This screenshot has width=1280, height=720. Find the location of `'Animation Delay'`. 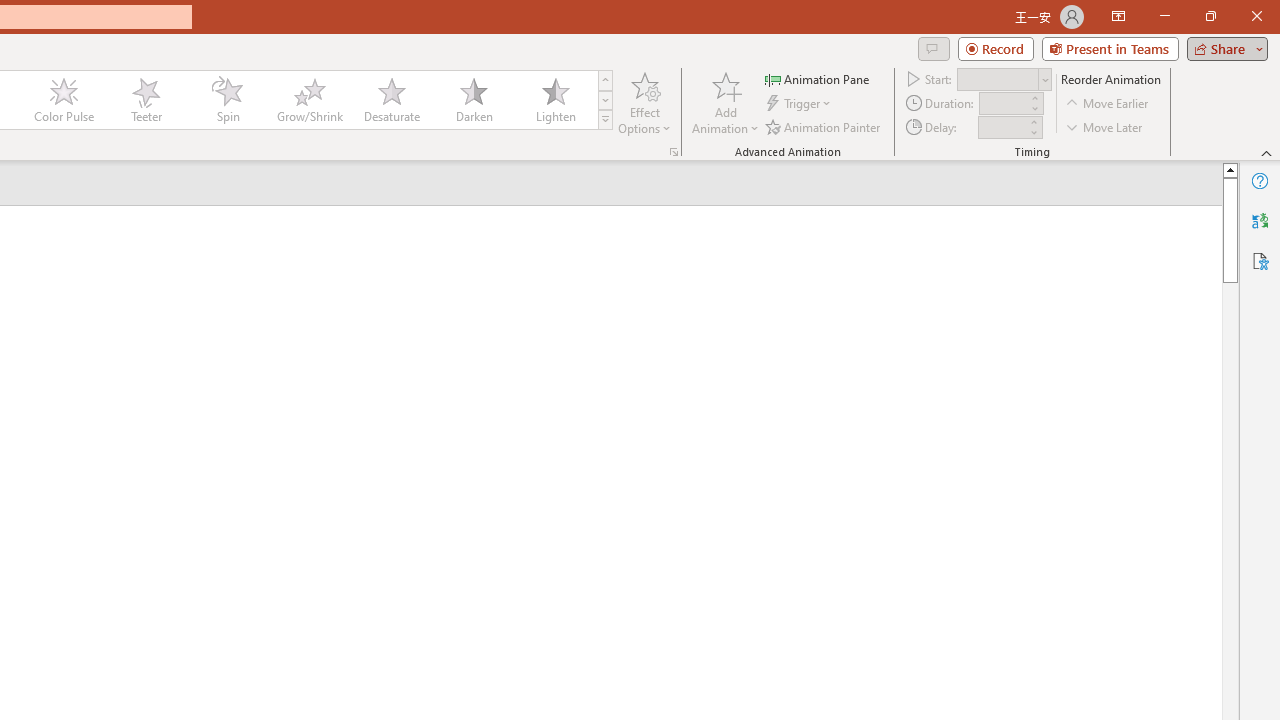

'Animation Delay' is located at coordinates (1002, 127).